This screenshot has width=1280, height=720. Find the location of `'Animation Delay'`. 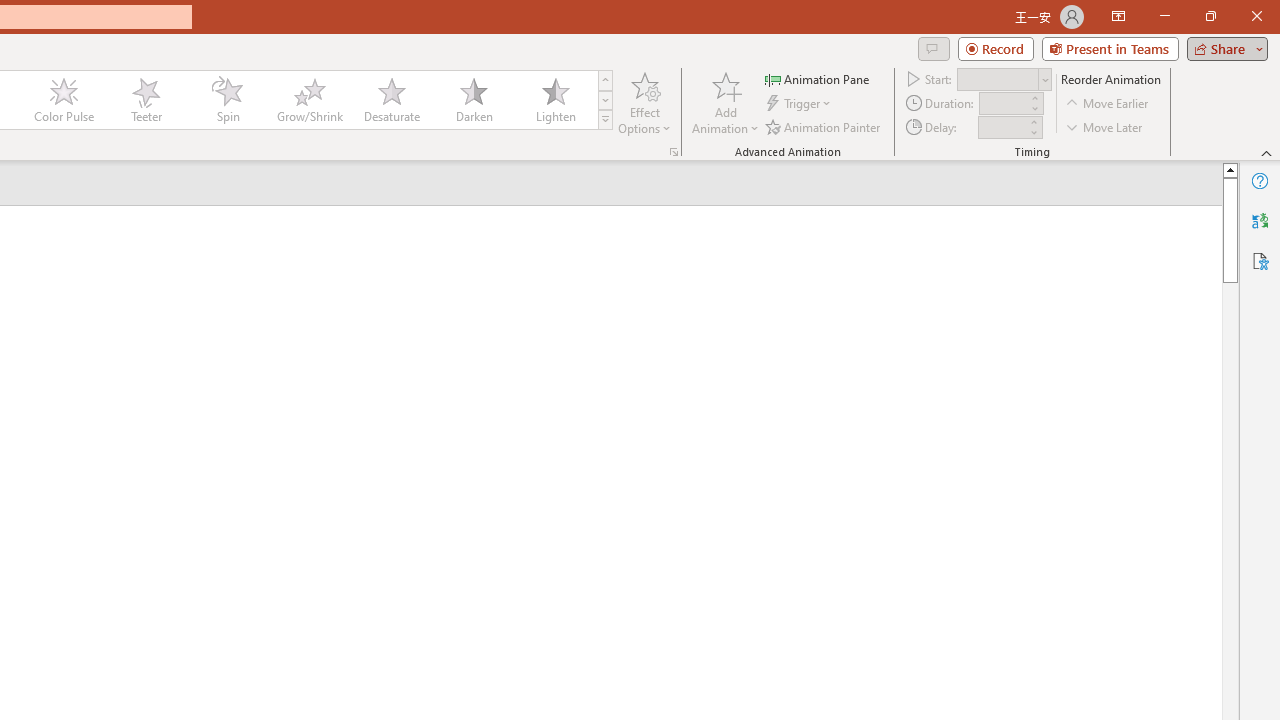

'Animation Delay' is located at coordinates (1002, 127).